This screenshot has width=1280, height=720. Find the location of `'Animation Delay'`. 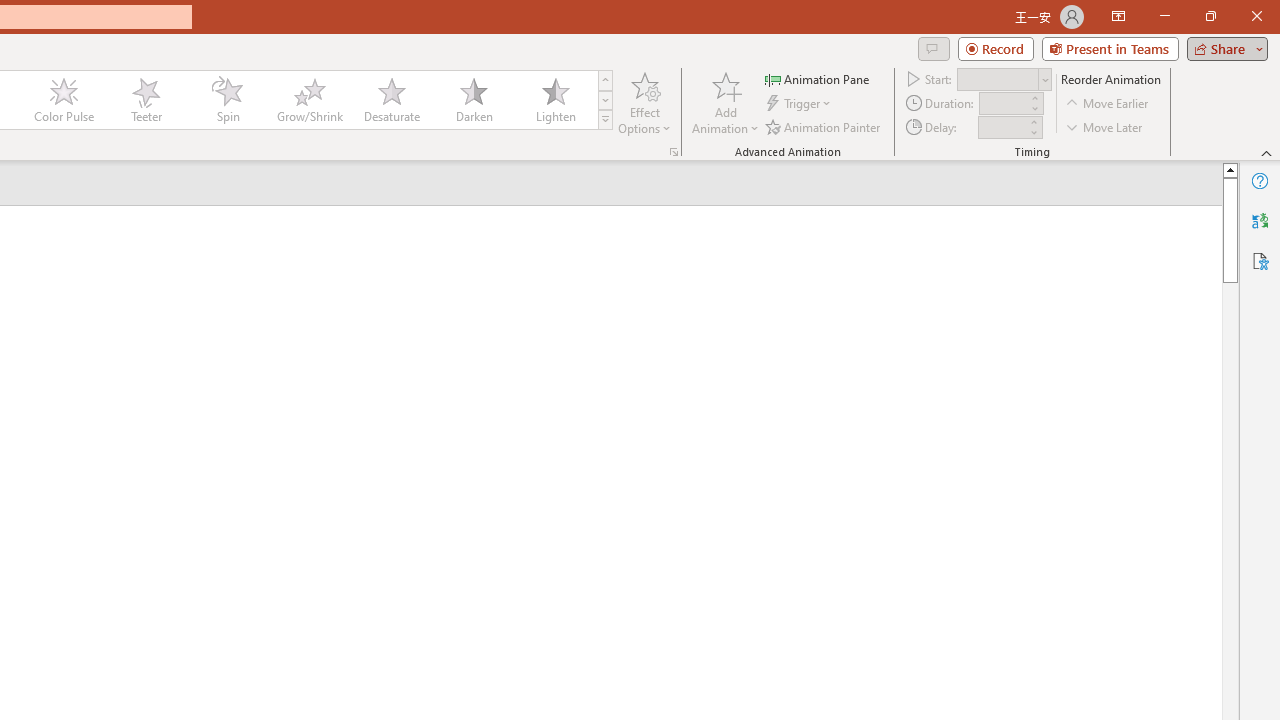

'Animation Delay' is located at coordinates (1002, 127).